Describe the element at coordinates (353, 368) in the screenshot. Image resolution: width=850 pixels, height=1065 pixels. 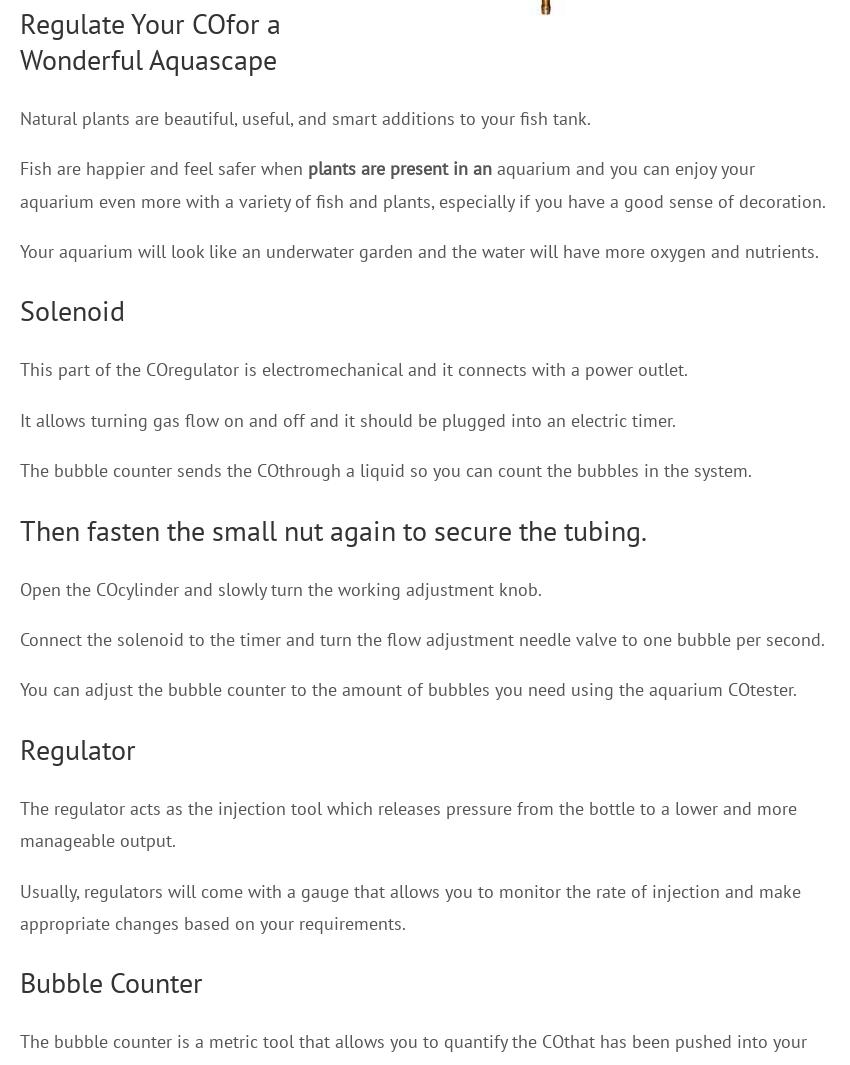
I see `'This part of the COregulator is electromechanical and it connects with a power outlet.'` at that location.